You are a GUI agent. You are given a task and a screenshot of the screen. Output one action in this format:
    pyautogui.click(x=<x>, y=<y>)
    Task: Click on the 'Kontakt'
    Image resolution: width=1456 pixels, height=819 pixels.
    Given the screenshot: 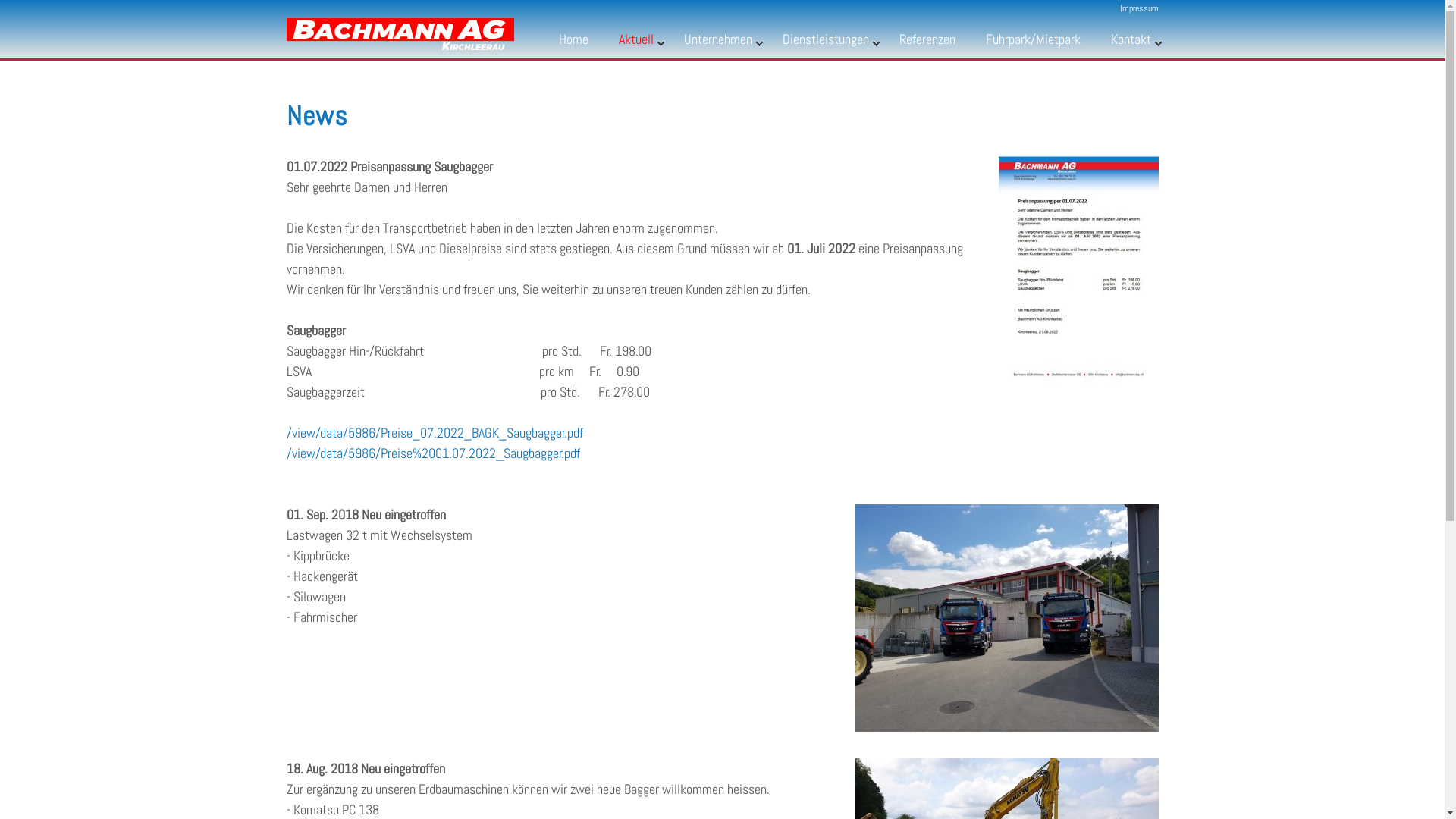 What is the action you would take?
    pyautogui.click(x=1130, y=42)
    